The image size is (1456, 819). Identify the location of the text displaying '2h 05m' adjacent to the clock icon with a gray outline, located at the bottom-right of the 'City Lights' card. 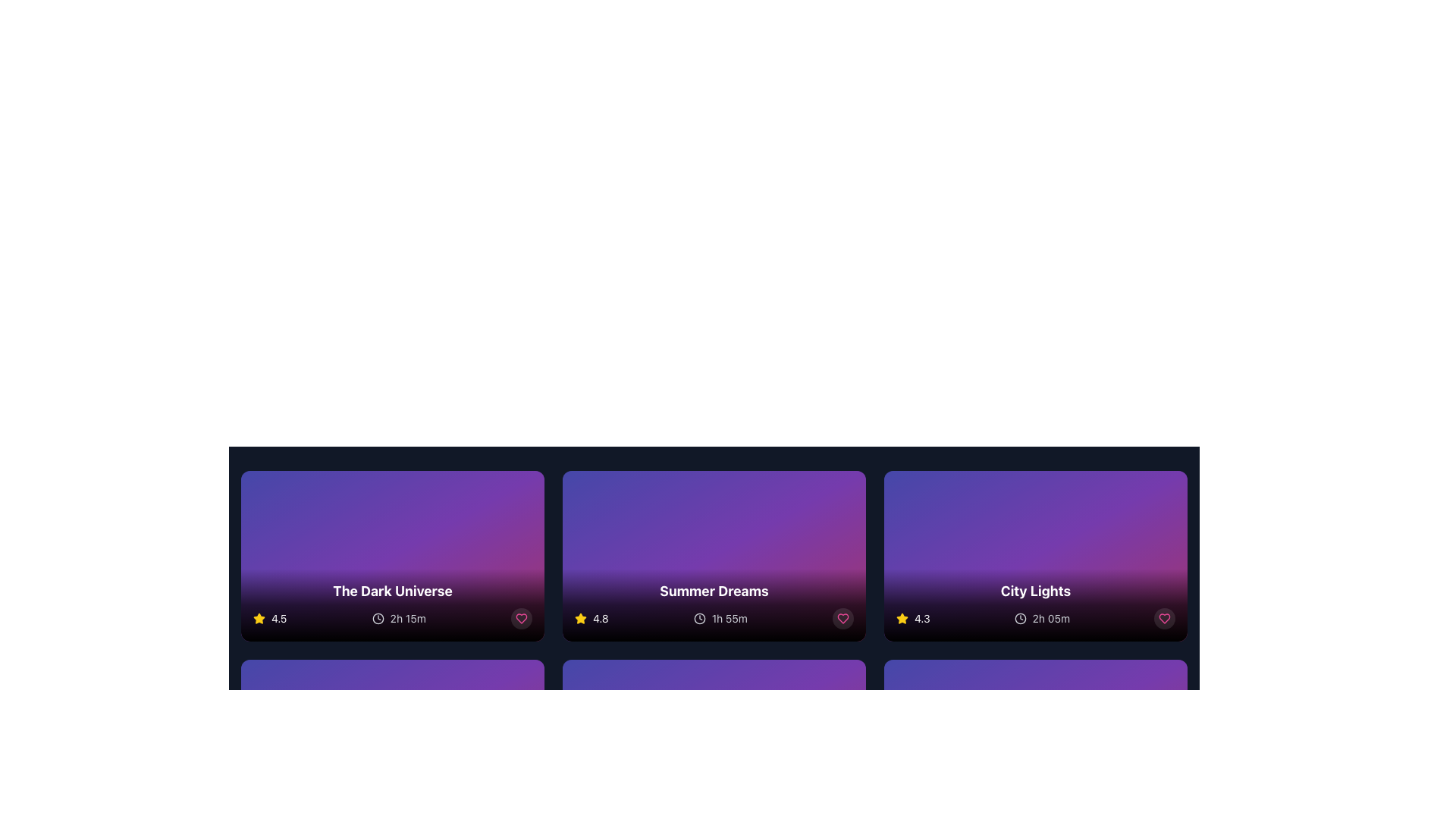
(1041, 619).